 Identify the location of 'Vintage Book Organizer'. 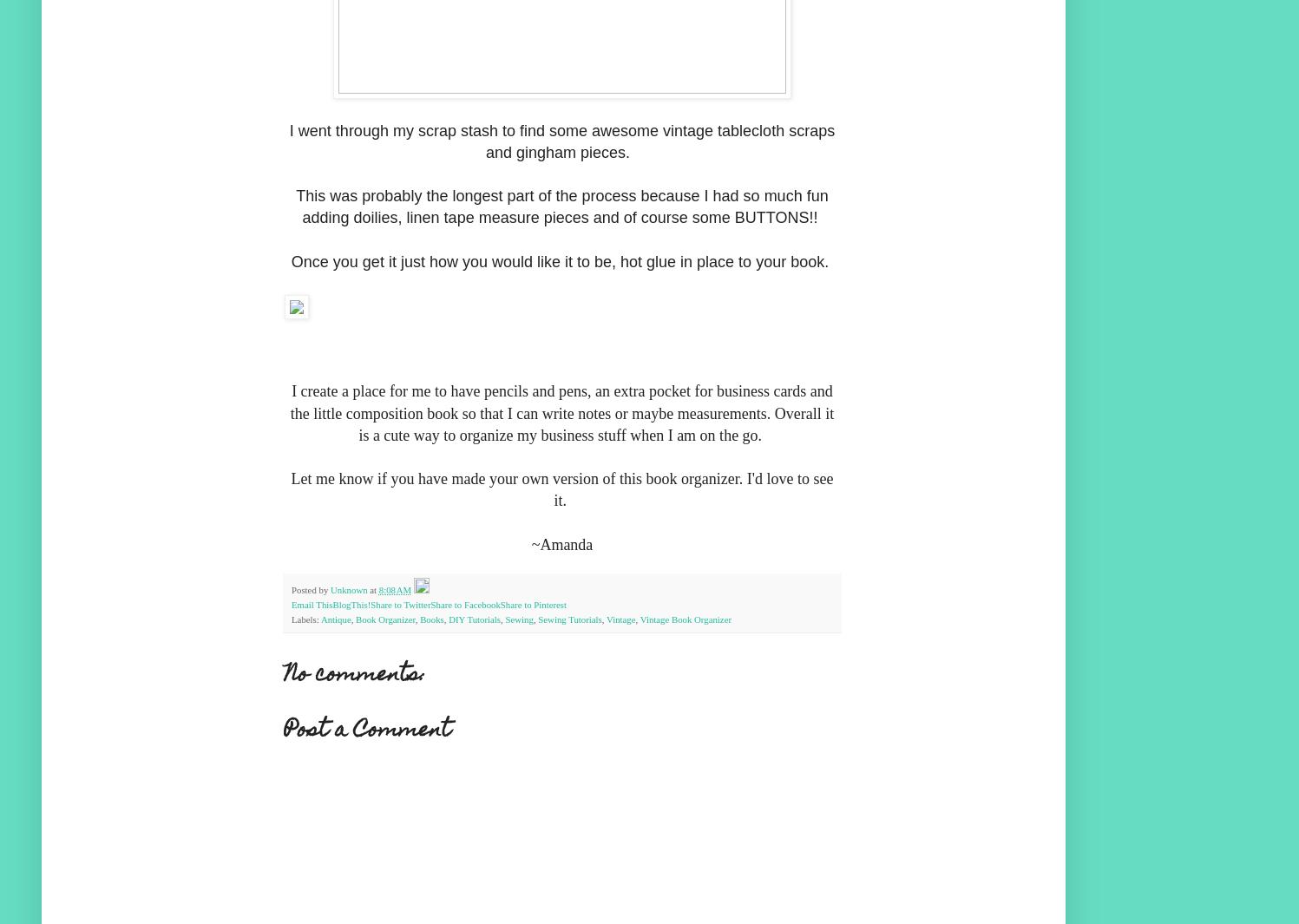
(685, 619).